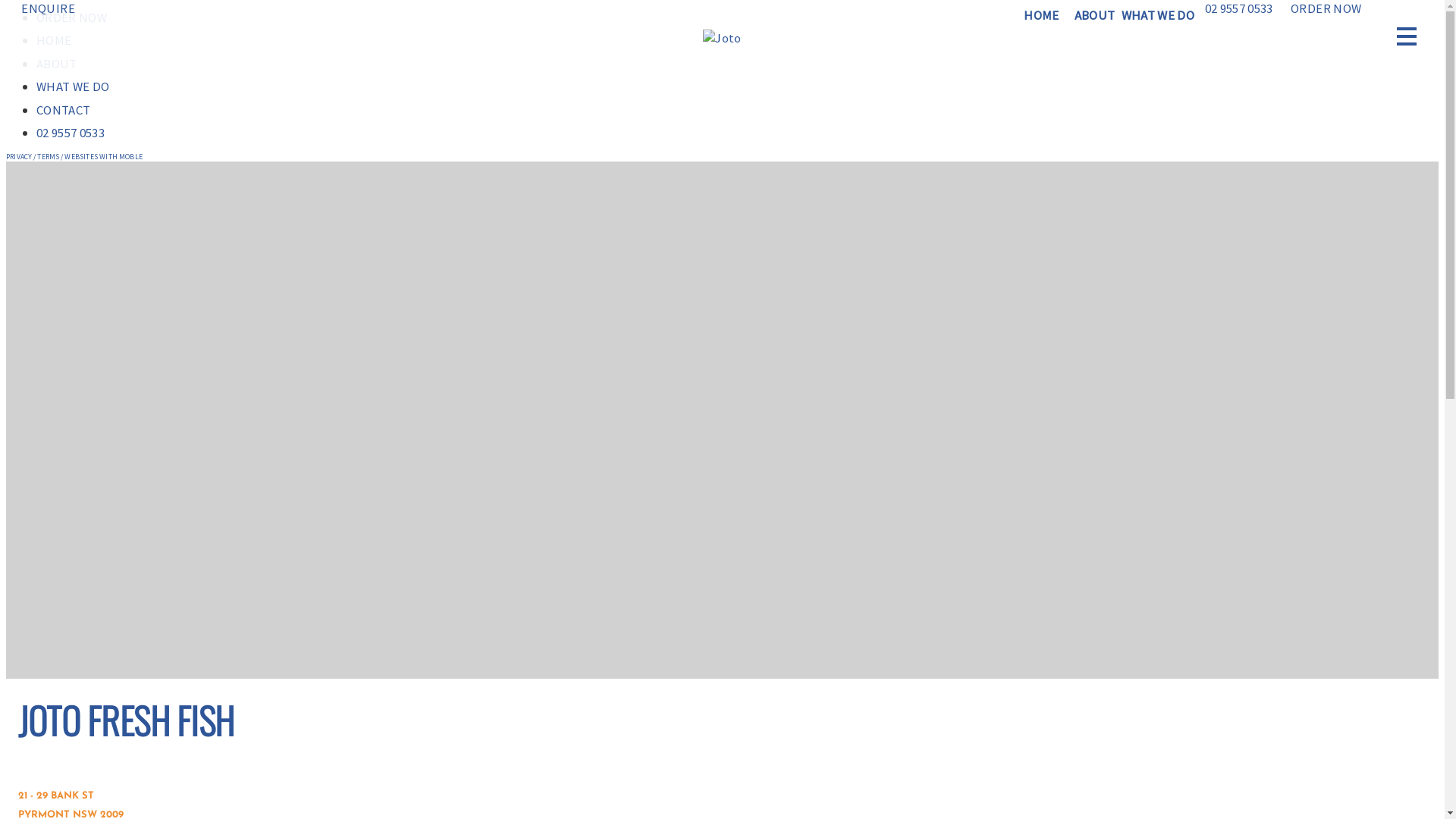  I want to click on 'WHAT WE DO', so click(72, 86).